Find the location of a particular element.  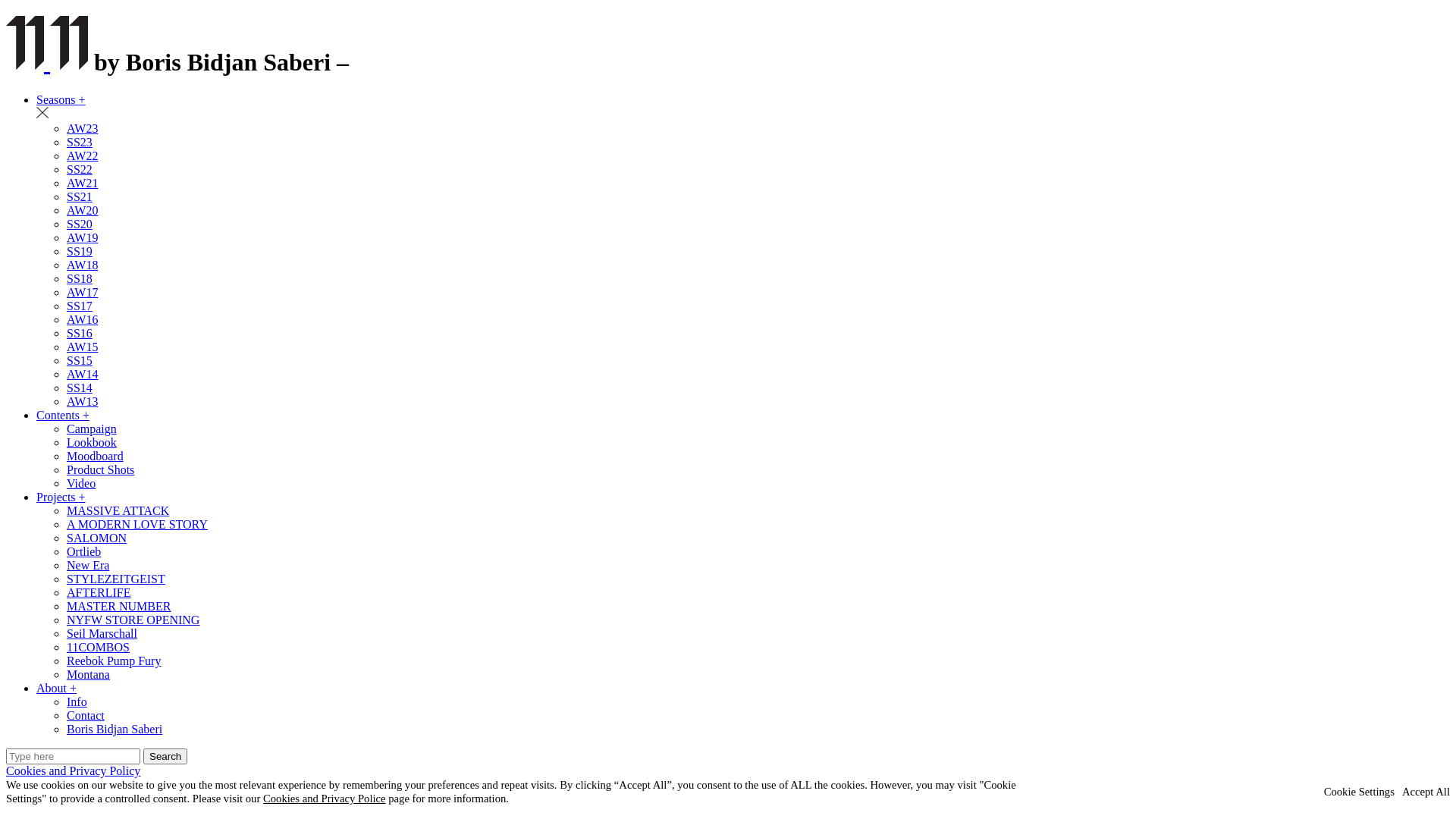

'SS21' is located at coordinates (65, 196).